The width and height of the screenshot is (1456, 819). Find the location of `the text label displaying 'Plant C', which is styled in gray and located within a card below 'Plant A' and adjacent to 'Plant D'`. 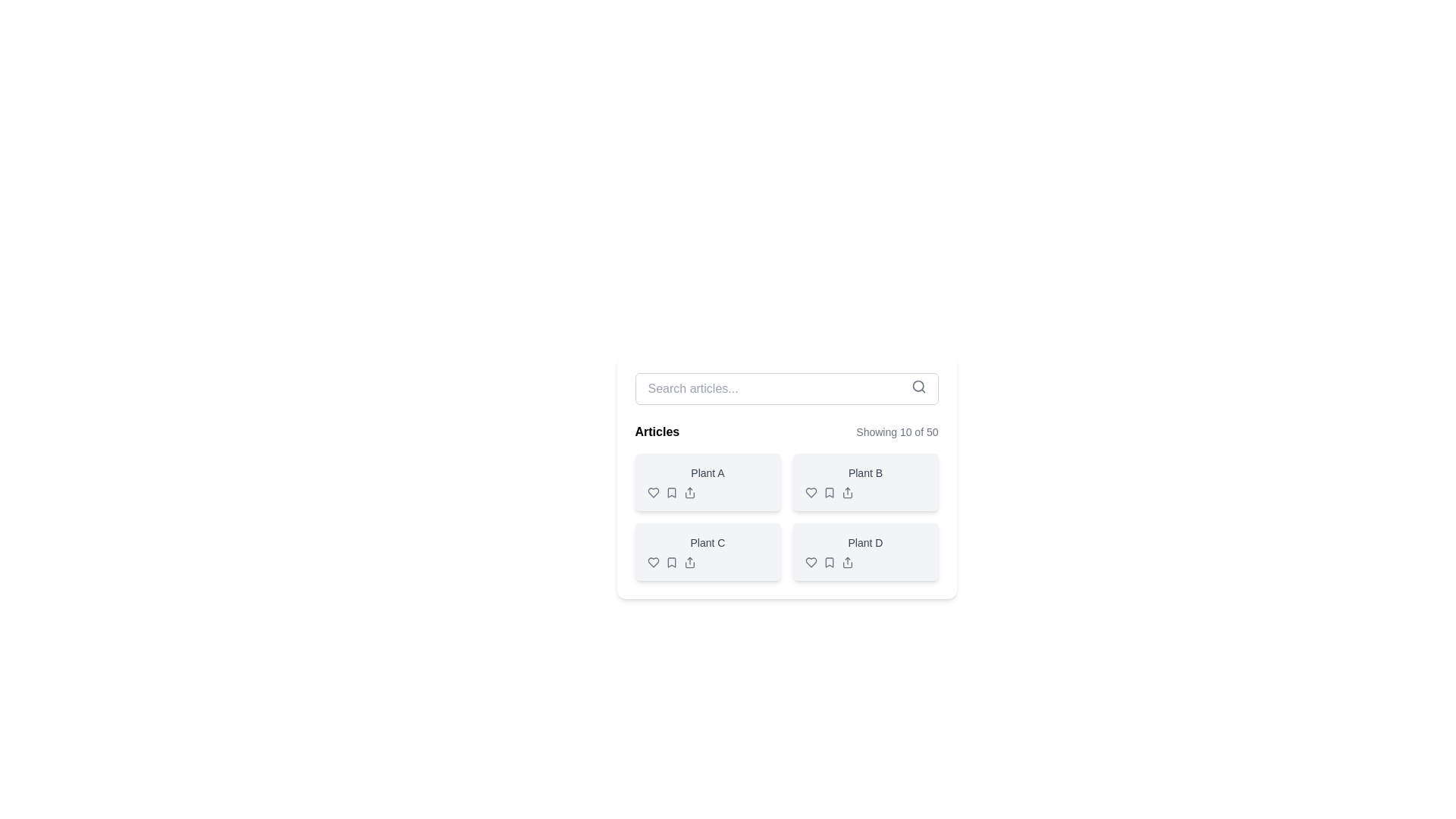

the text label displaying 'Plant C', which is styled in gray and located within a card below 'Plant A' and adjacent to 'Plant D' is located at coordinates (707, 542).